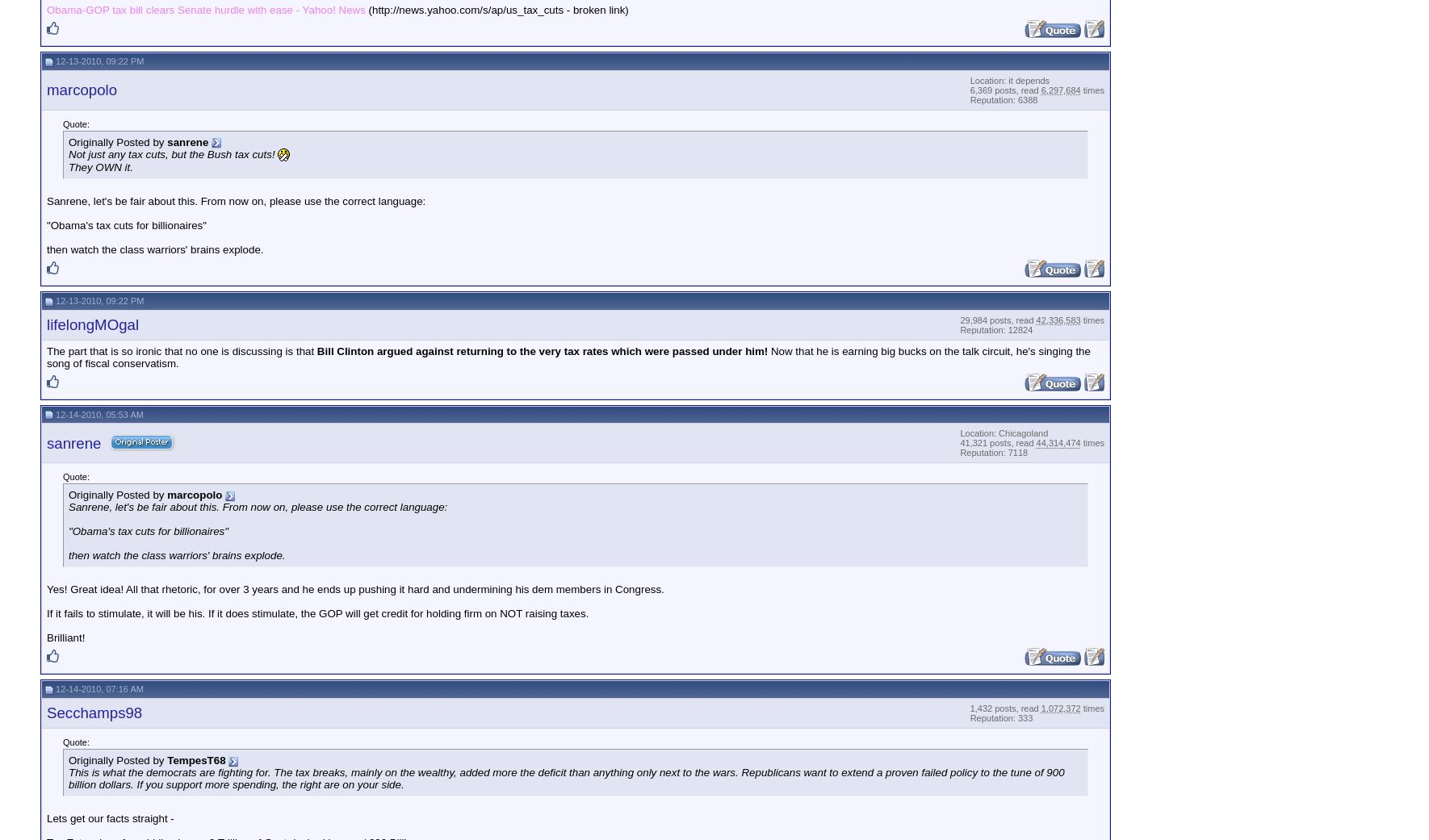  What do you see at coordinates (996, 443) in the screenshot?
I see `'41,321 posts, read'` at bounding box center [996, 443].